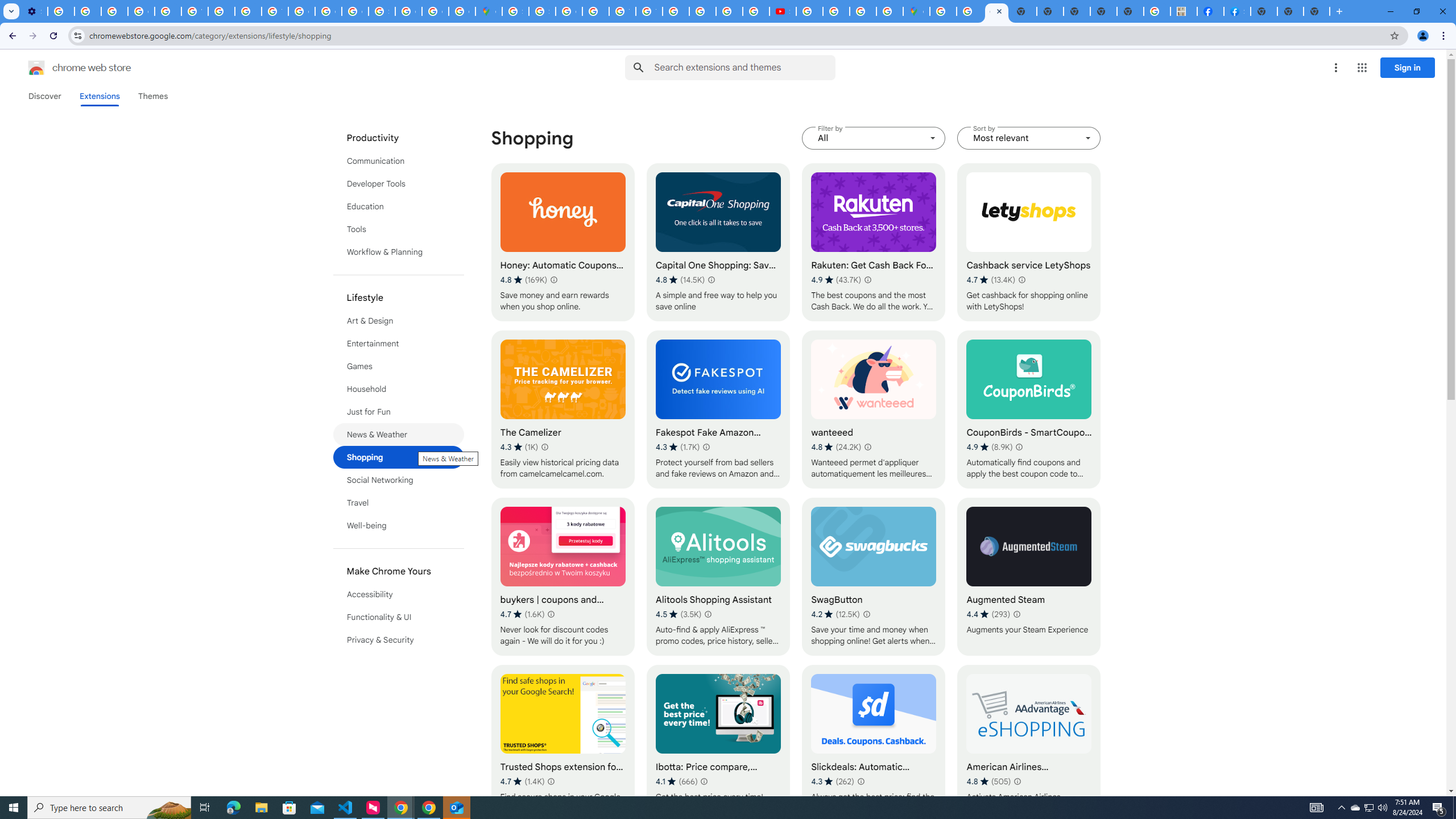  What do you see at coordinates (718, 242) in the screenshot?
I see `'Capital One Shopping: Save Now'` at bounding box center [718, 242].